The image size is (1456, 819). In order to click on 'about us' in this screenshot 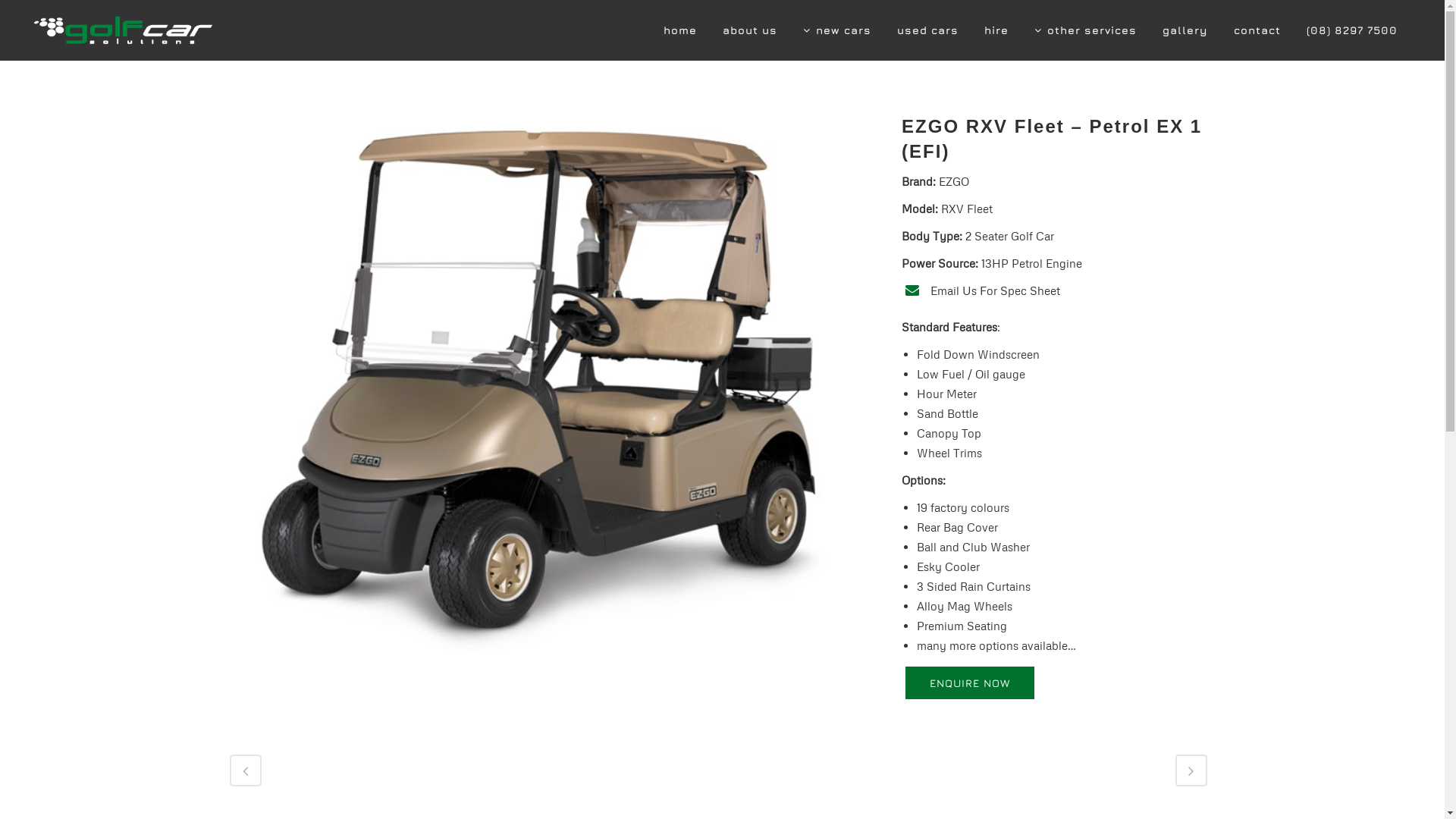, I will do `click(749, 30)`.